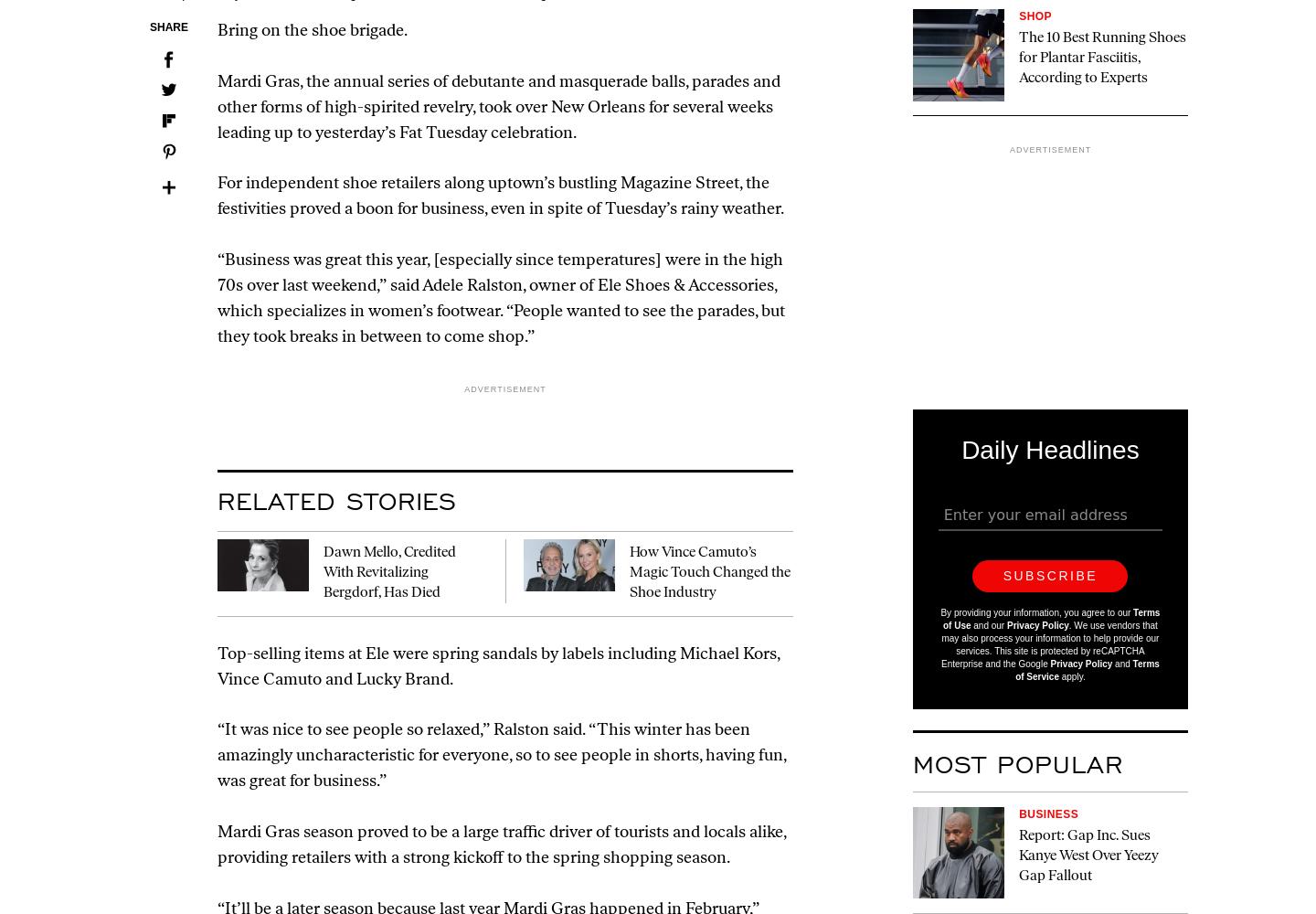 This screenshot has height=914, width=1316. Describe the element at coordinates (1049, 449) in the screenshot. I see `'Daily Headlines'` at that location.